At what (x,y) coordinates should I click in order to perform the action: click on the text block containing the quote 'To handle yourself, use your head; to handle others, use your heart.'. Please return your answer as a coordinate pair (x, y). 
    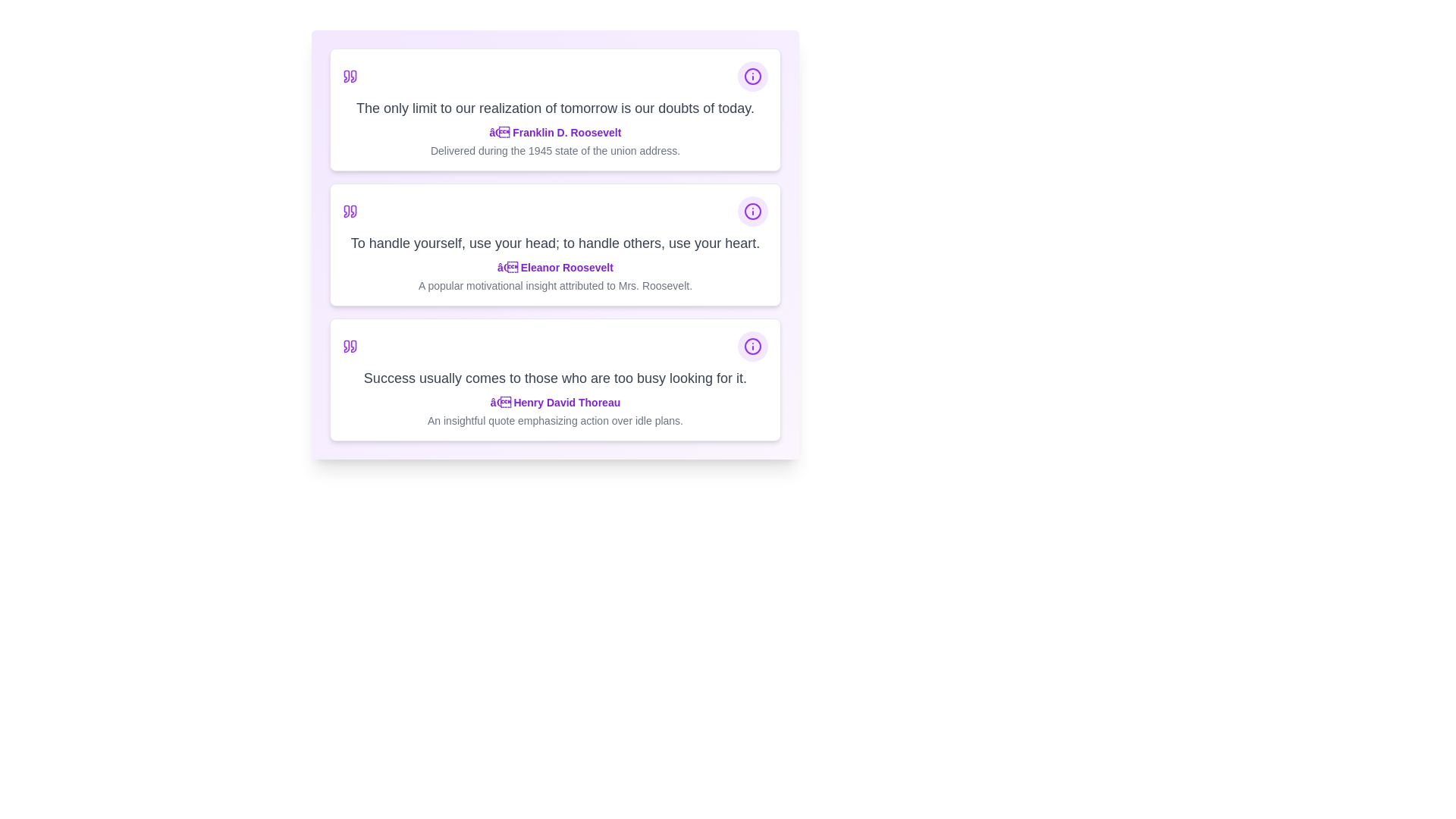
    Looking at the image, I should click on (554, 242).